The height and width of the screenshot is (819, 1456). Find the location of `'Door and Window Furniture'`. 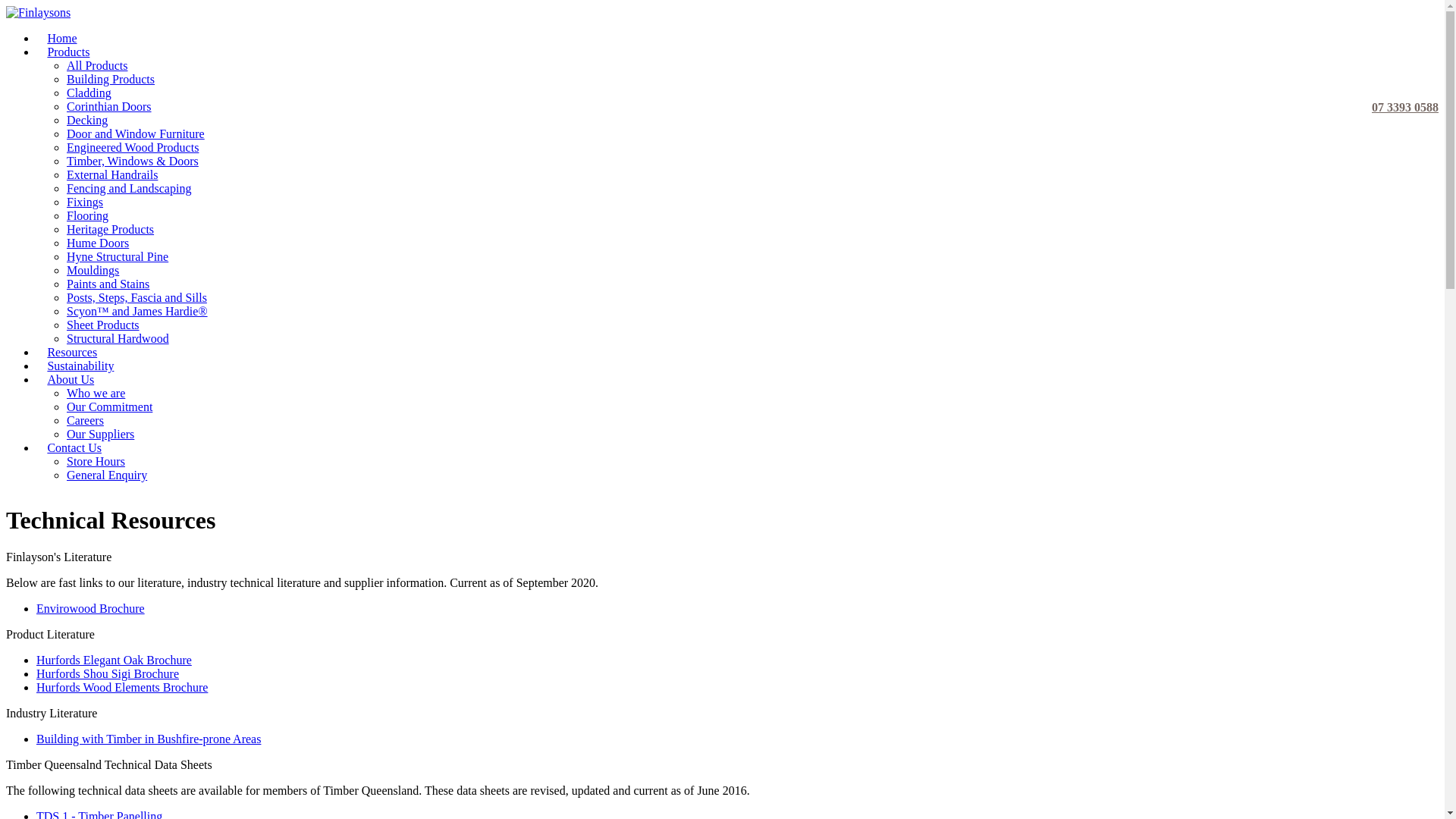

'Door and Window Furniture' is located at coordinates (135, 133).